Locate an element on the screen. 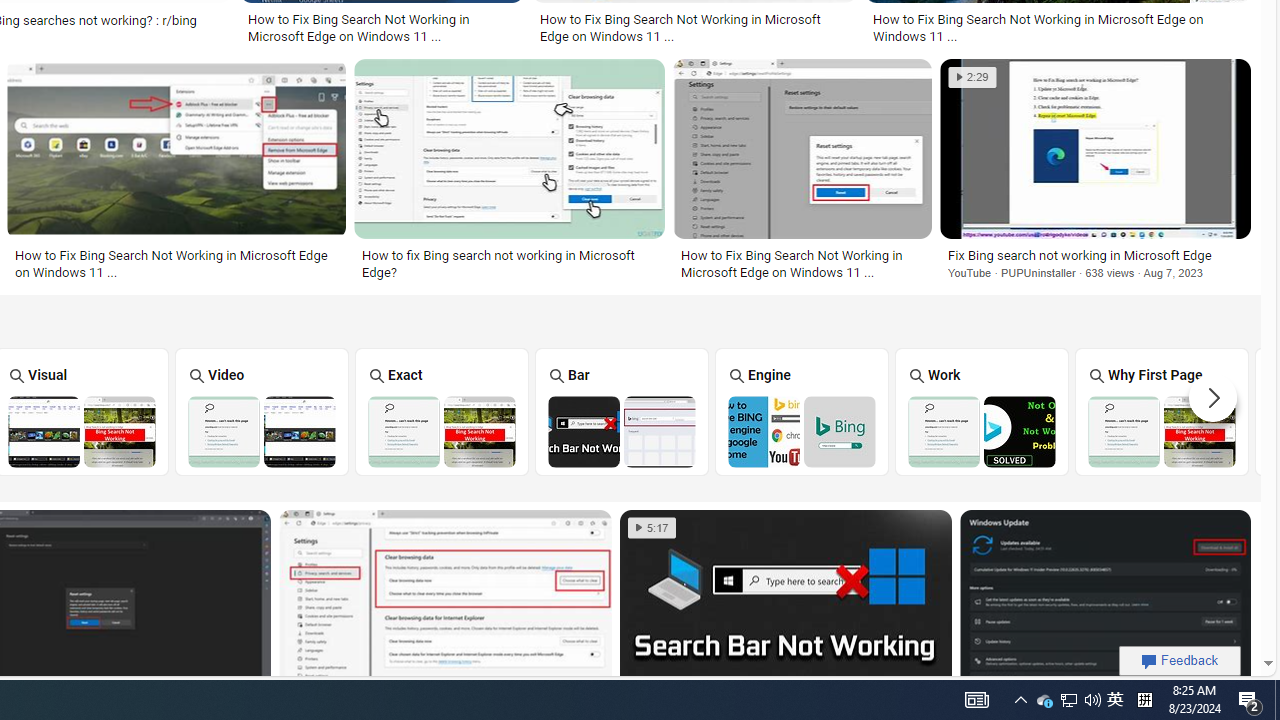  'Work' is located at coordinates (981, 410).